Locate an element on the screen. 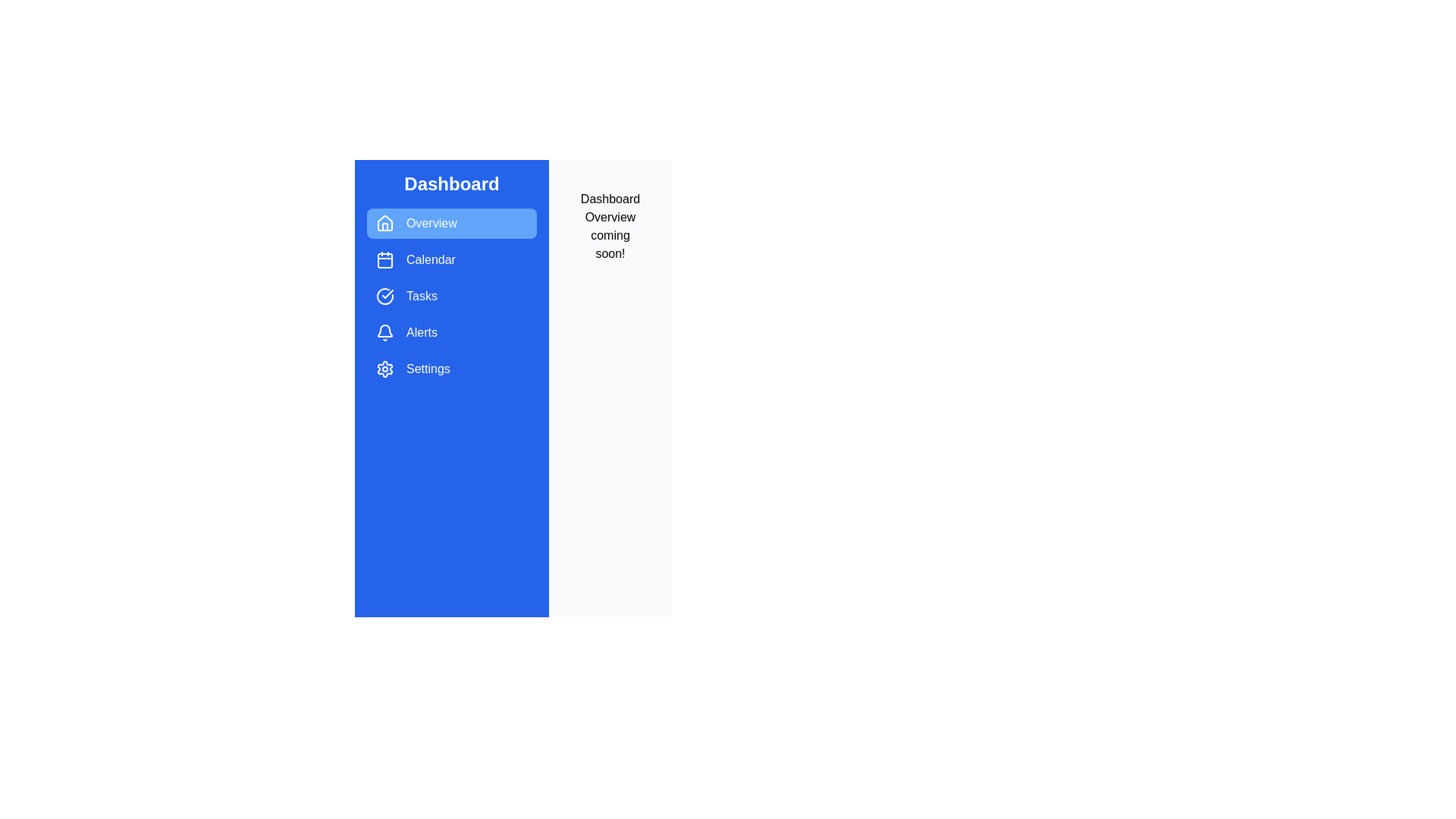  the bell icon in the navigation menu is located at coordinates (385, 330).